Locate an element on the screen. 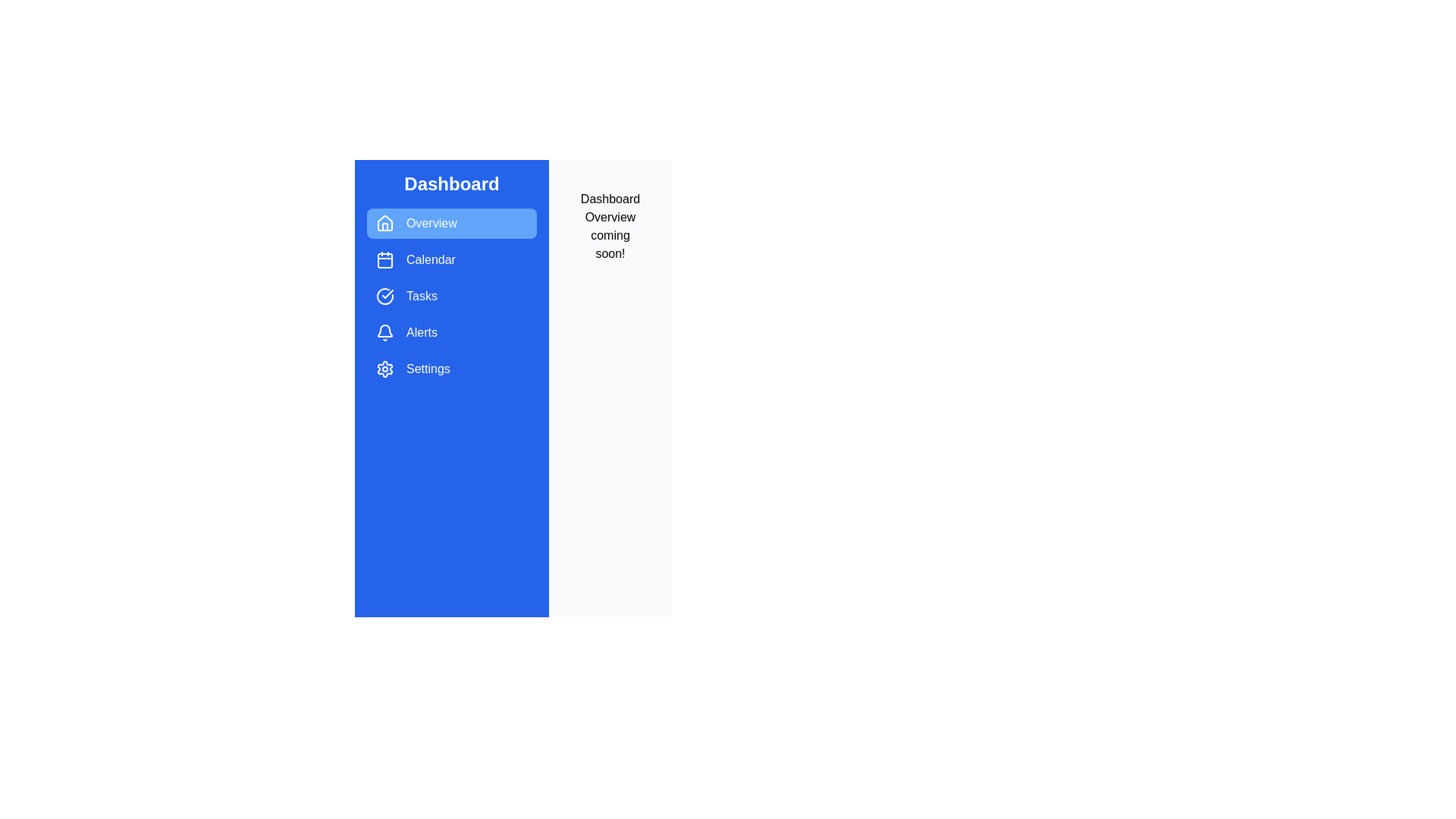  the bell icon in the navigation menu is located at coordinates (385, 330).